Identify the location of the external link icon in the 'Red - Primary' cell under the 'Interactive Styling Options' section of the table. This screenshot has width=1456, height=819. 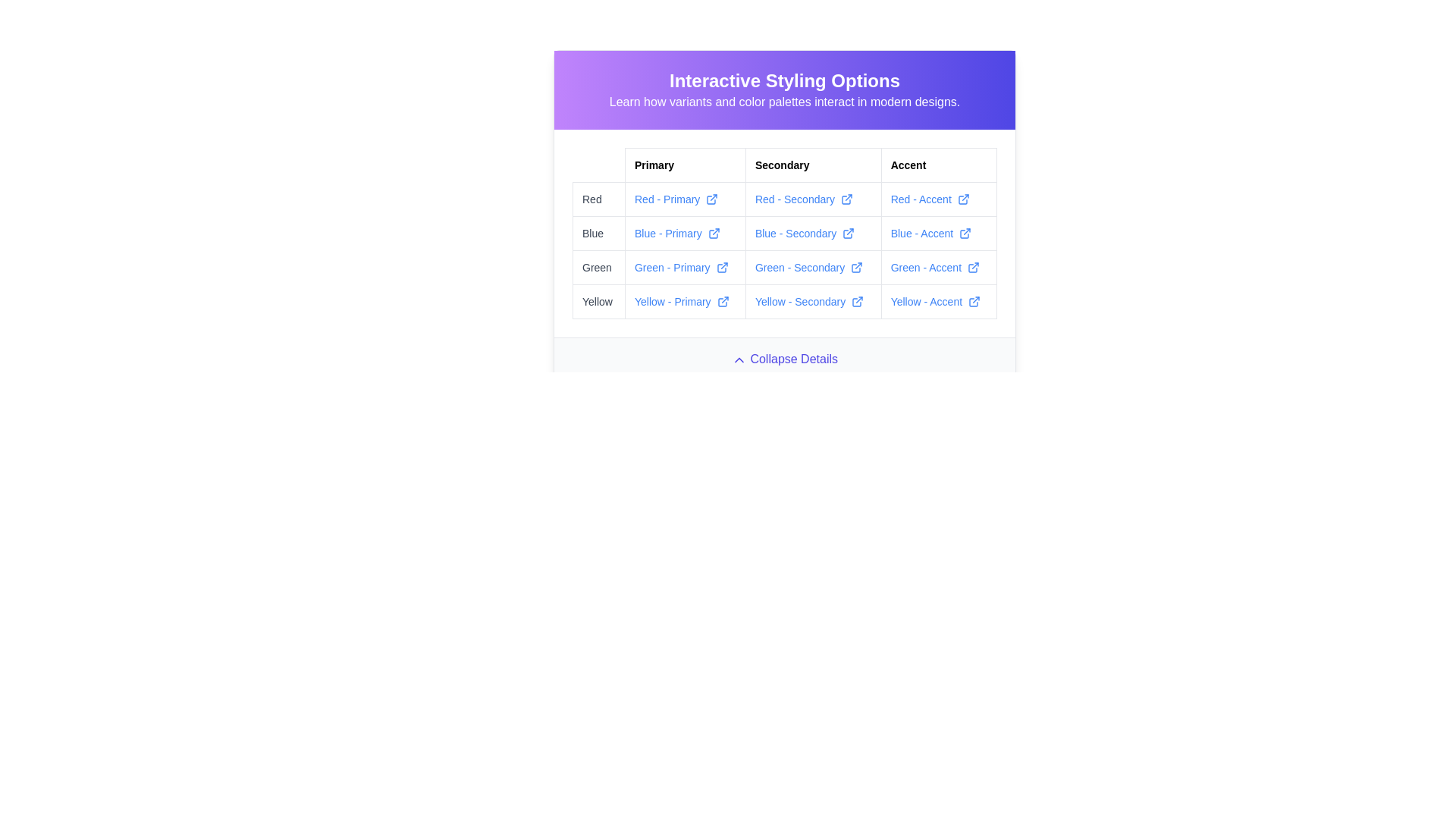
(711, 198).